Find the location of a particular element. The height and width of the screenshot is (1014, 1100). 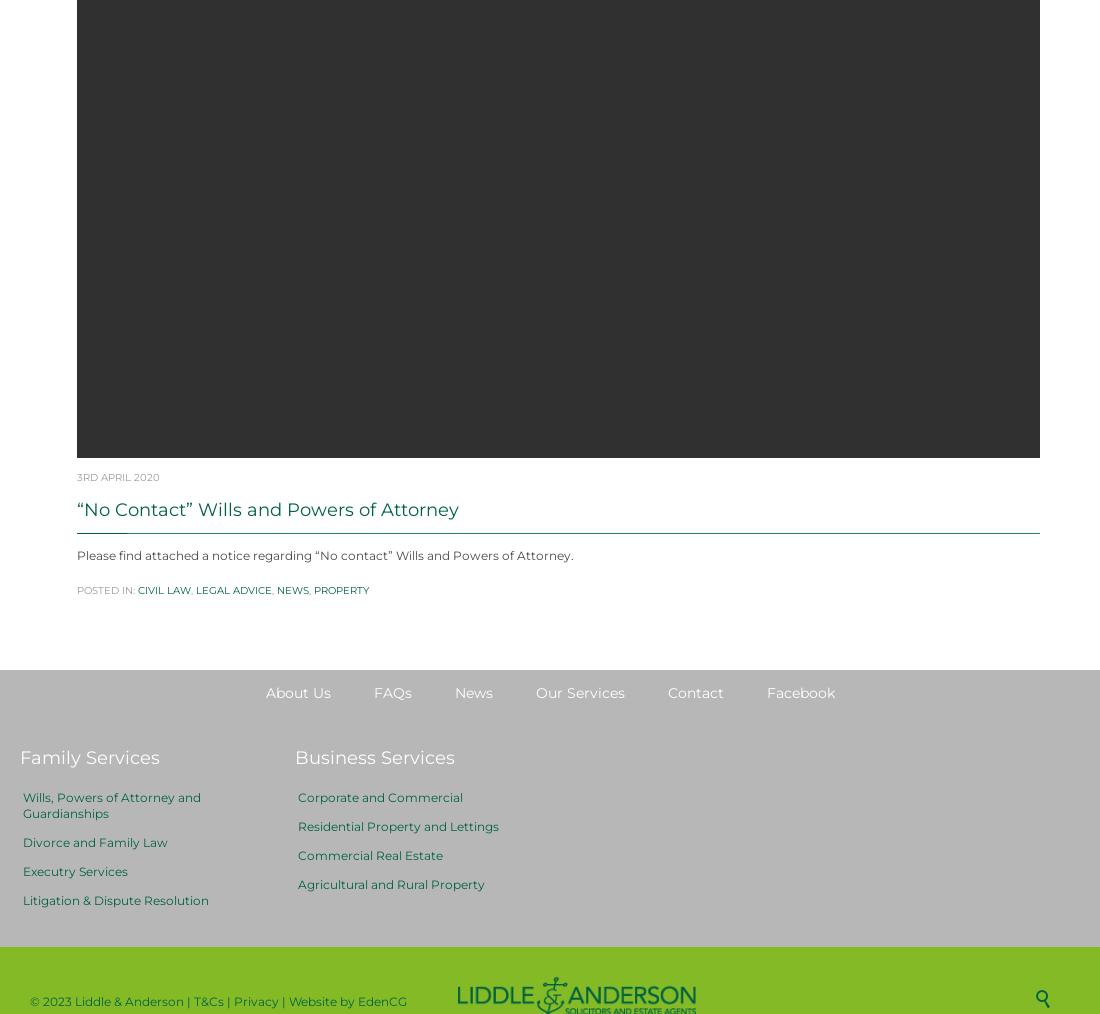

'Family Services' is located at coordinates (19, 806).